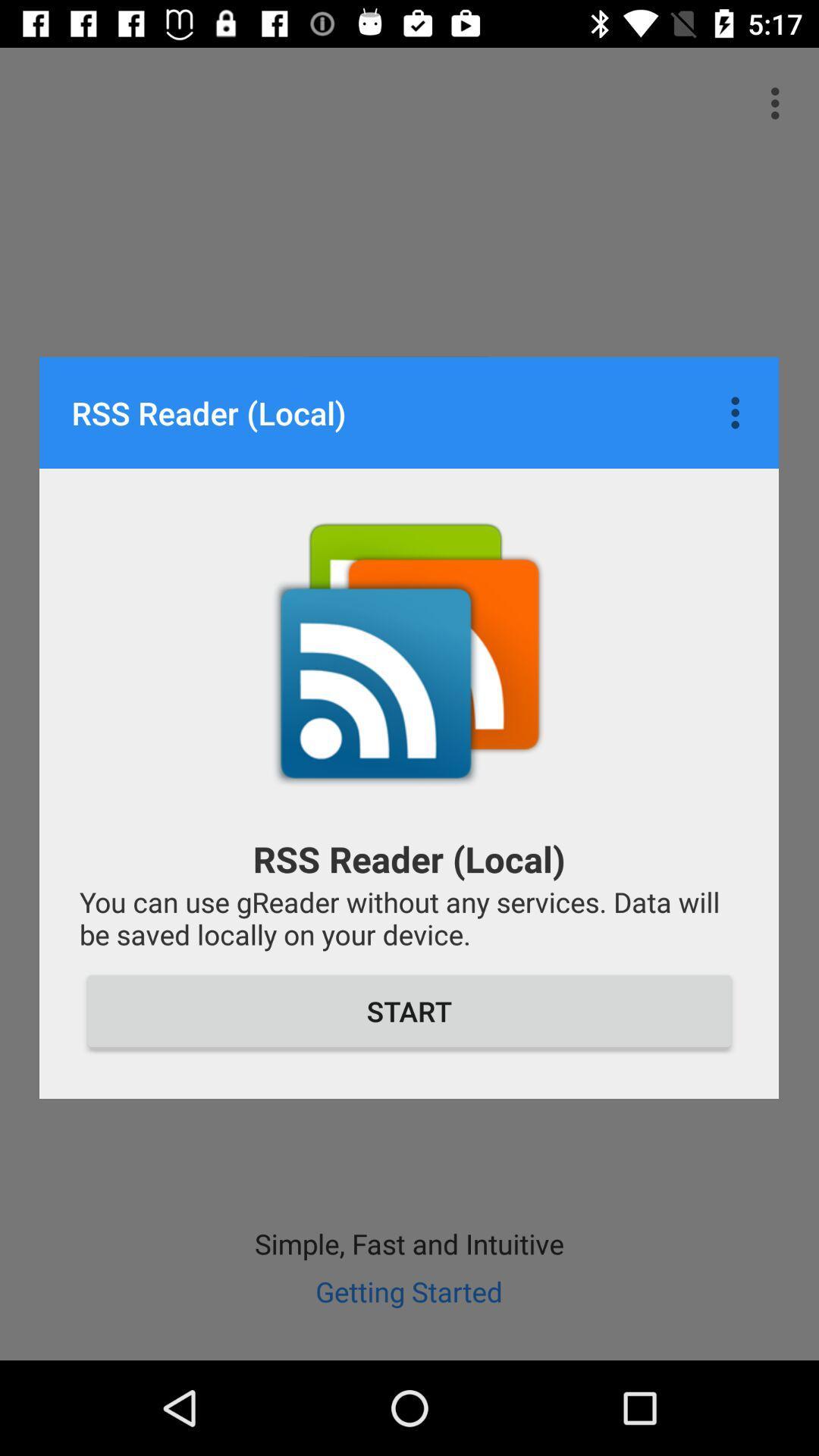 The image size is (819, 1456). Describe the element at coordinates (409, 1011) in the screenshot. I see `the icon at the bottom` at that location.